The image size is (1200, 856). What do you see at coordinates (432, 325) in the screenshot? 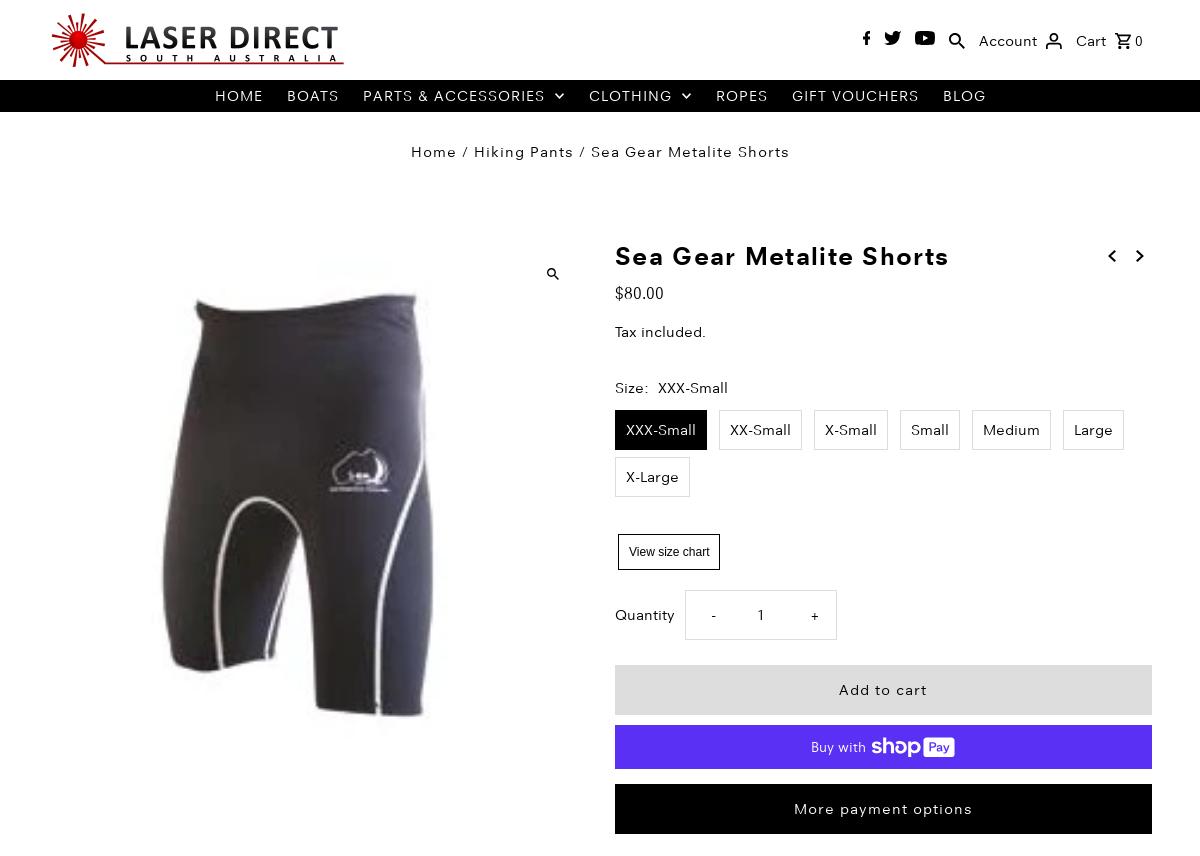
I see `'Mainsheet System'` at bounding box center [432, 325].